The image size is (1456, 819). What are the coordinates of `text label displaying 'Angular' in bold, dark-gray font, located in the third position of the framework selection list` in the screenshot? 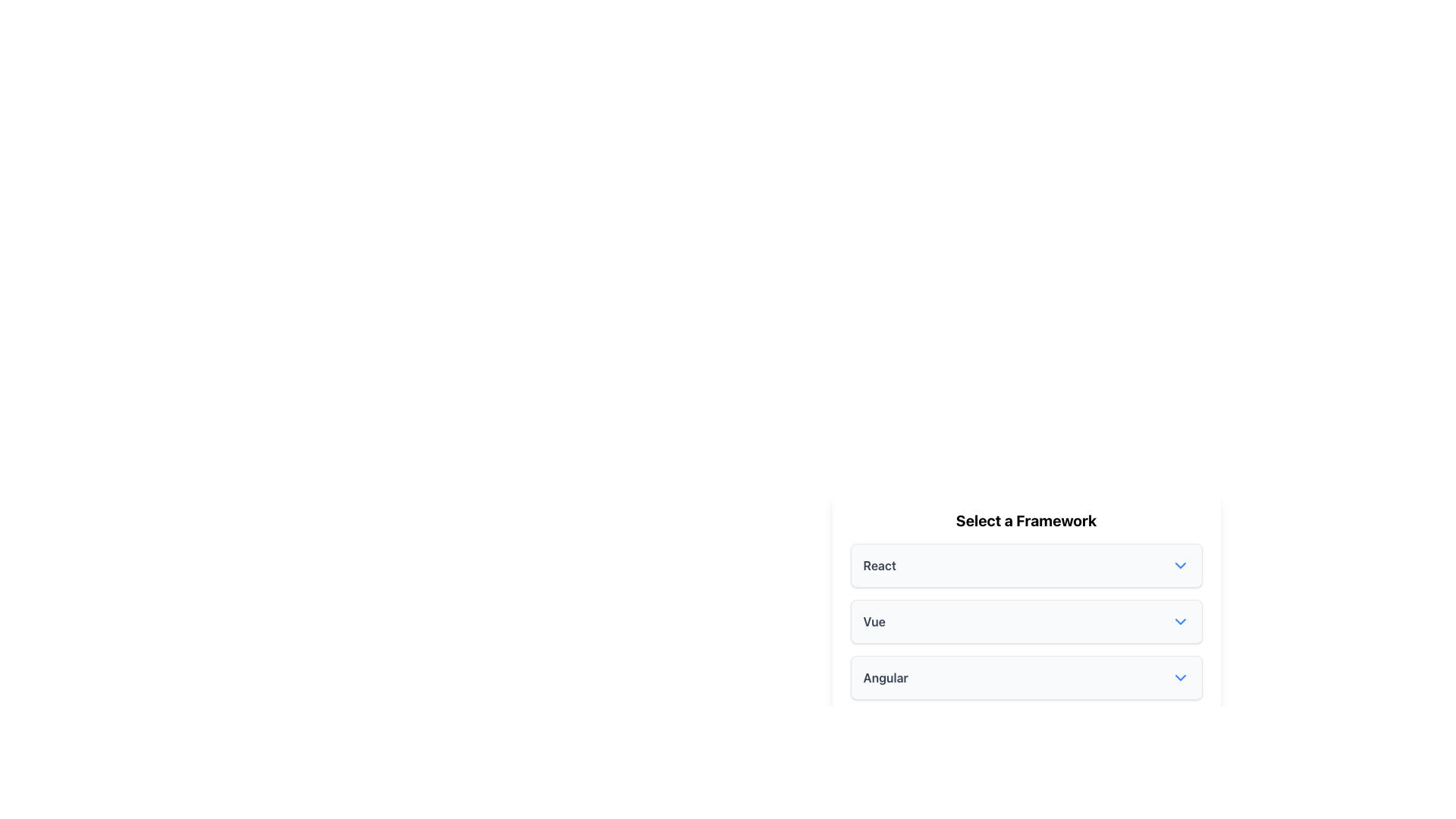 It's located at (886, 677).